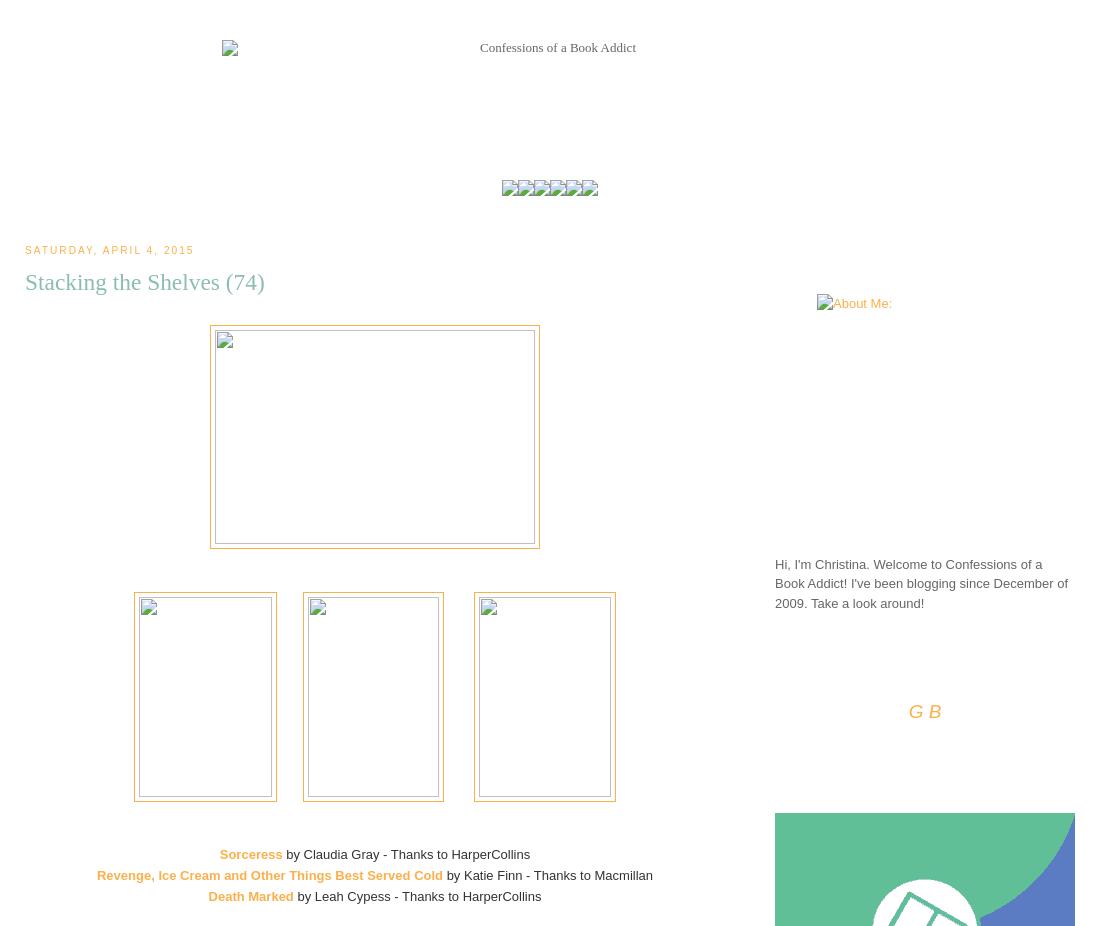 The height and width of the screenshot is (926, 1100). Describe the element at coordinates (406, 854) in the screenshot. I see `'by Claudia Gray - Thanks to HarperCollins'` at that location.